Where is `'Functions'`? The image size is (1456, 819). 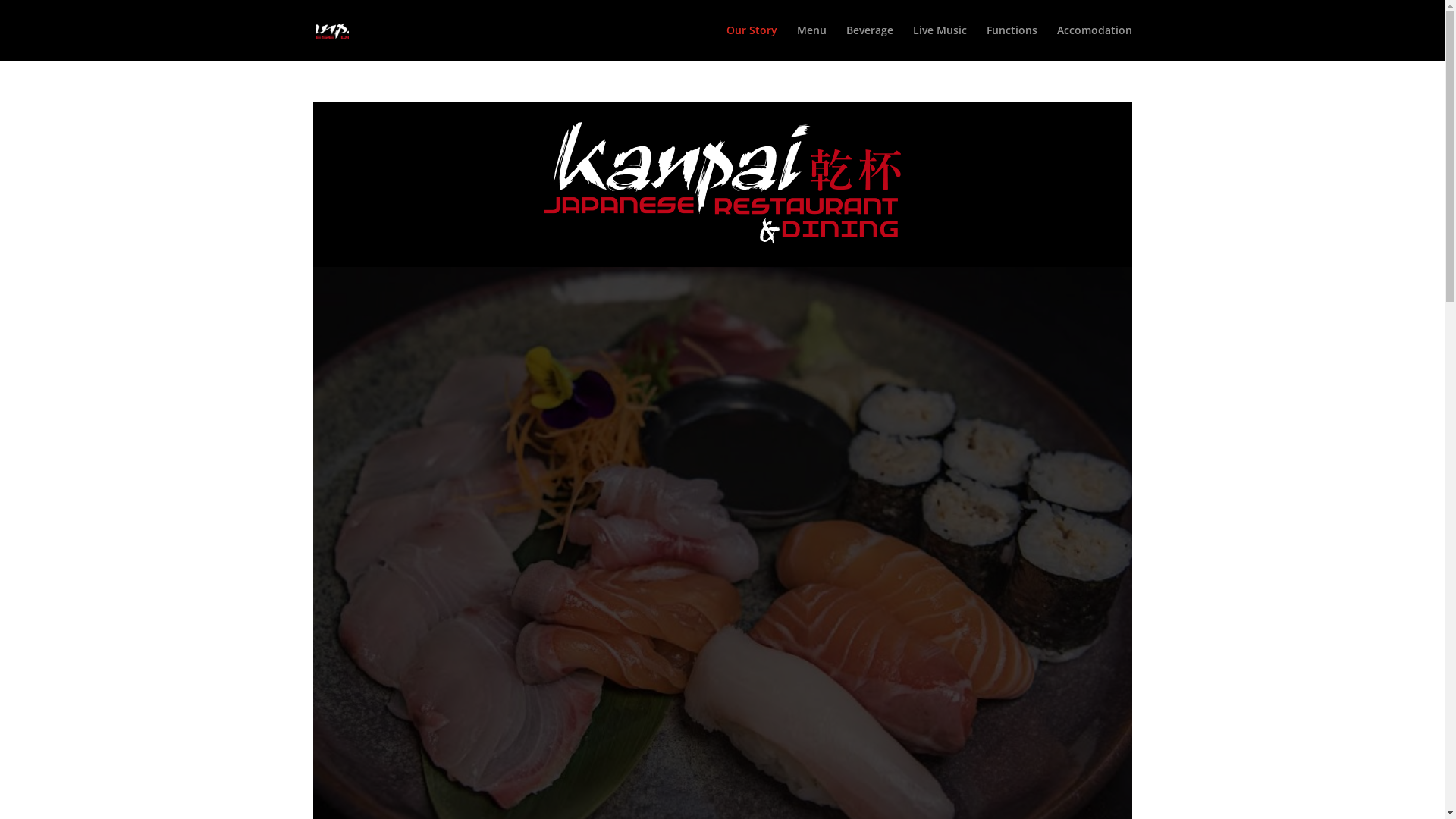
'Functions' is located at coordinates (1011, 42).